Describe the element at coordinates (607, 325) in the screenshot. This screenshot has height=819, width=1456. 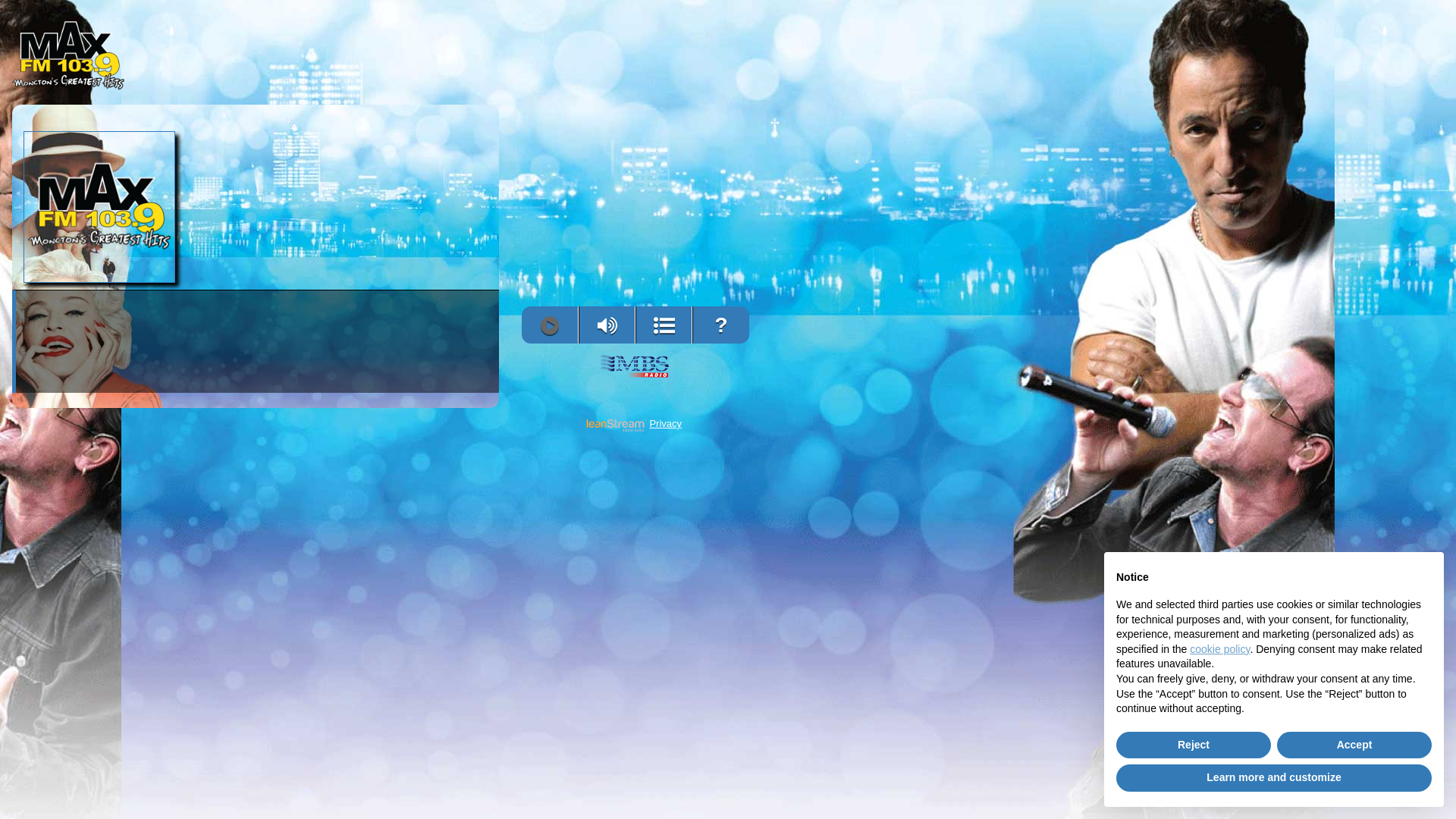
I see `'Volume'` at that location.